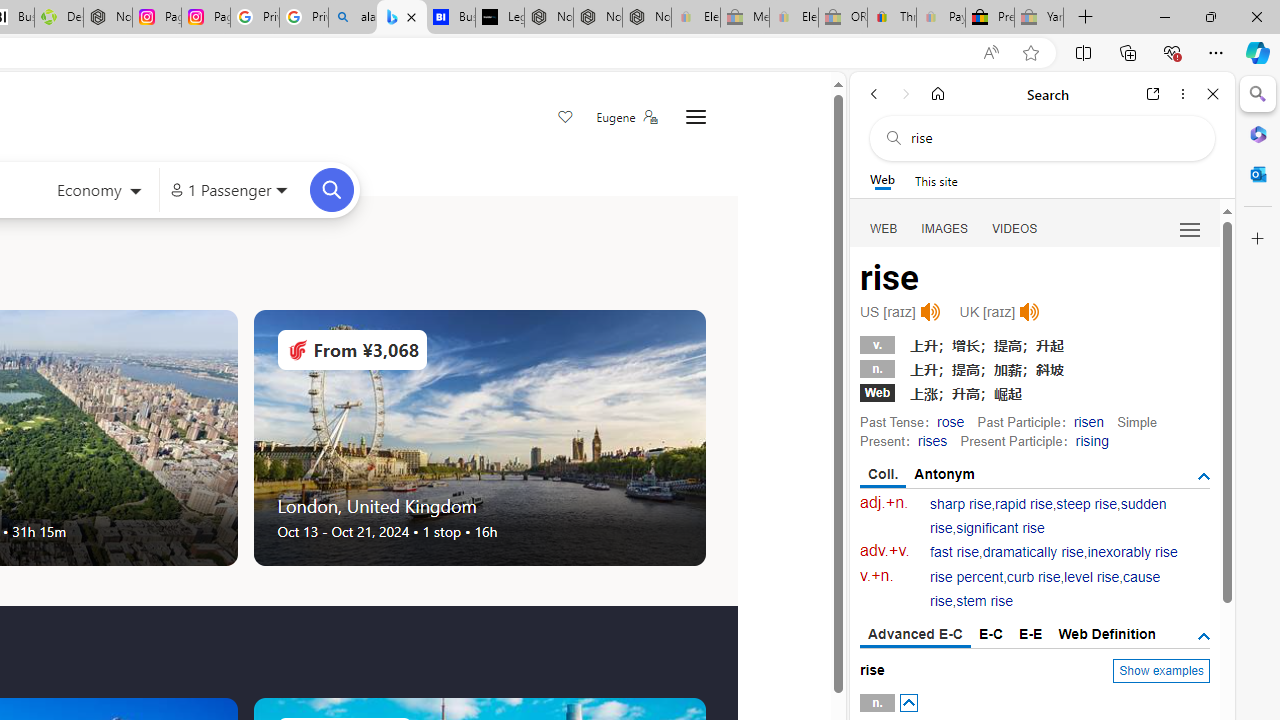  What do you see at coordinates (1090, 440) in the screenshot?
I see `'rising'` at bounding box center [1090, 440].